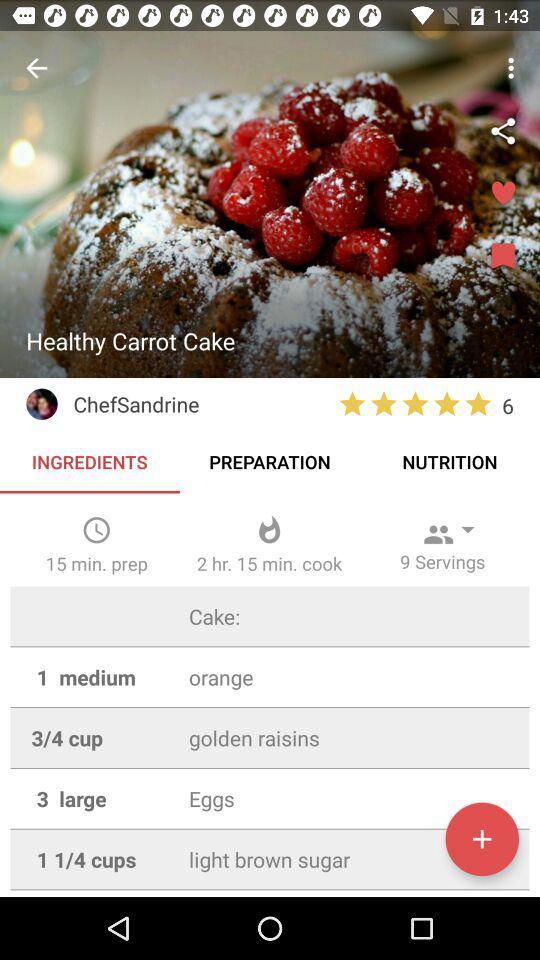 This screenshot has height=960, width=540. What do you see at coordinates (502, 130) in the screenshot?
I see `the share icon` at bounding box center [502, 130].